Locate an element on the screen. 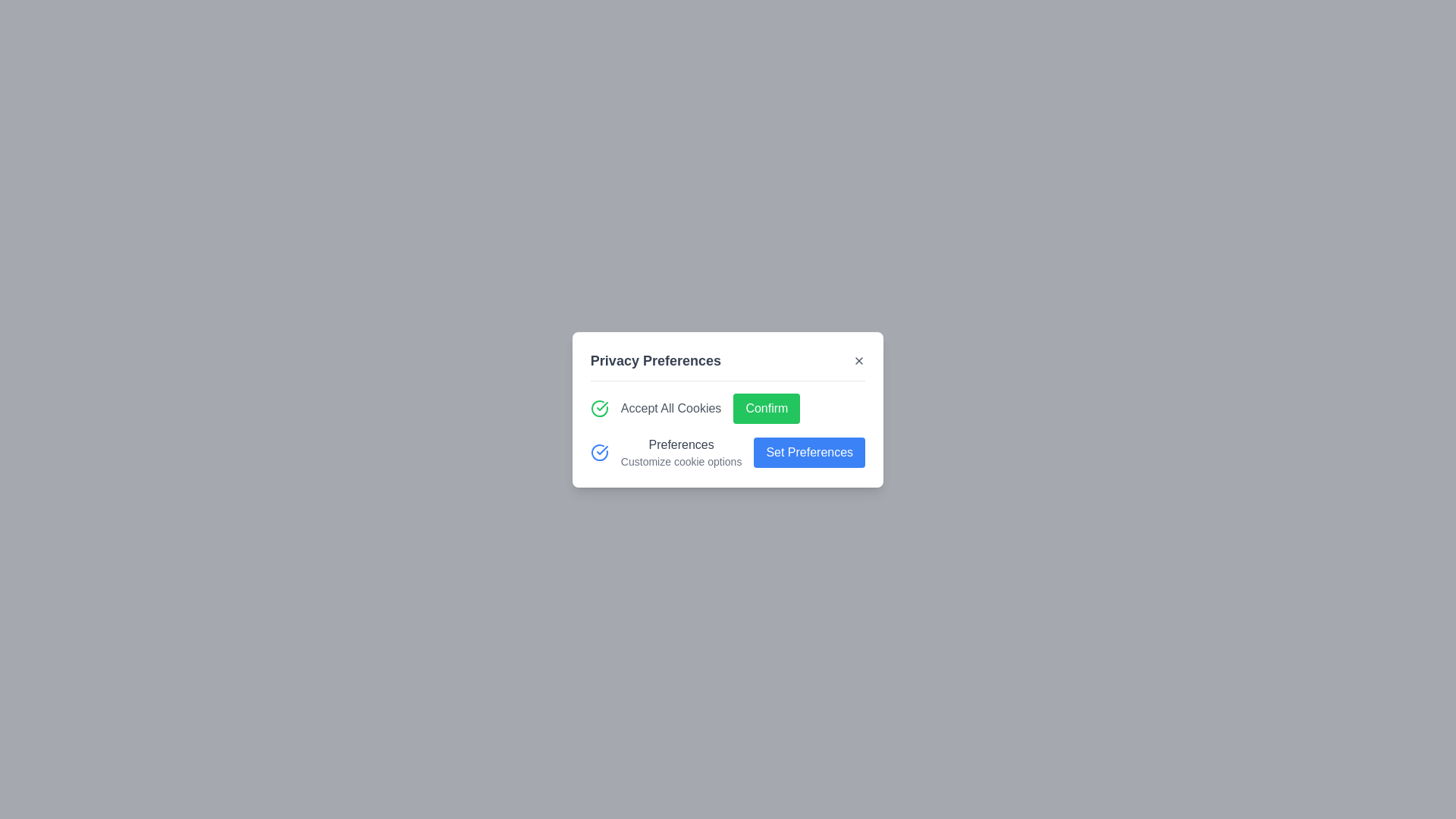  'Set Preferences' button to open the preferences customization dialog is located at coordinates (808, 451).